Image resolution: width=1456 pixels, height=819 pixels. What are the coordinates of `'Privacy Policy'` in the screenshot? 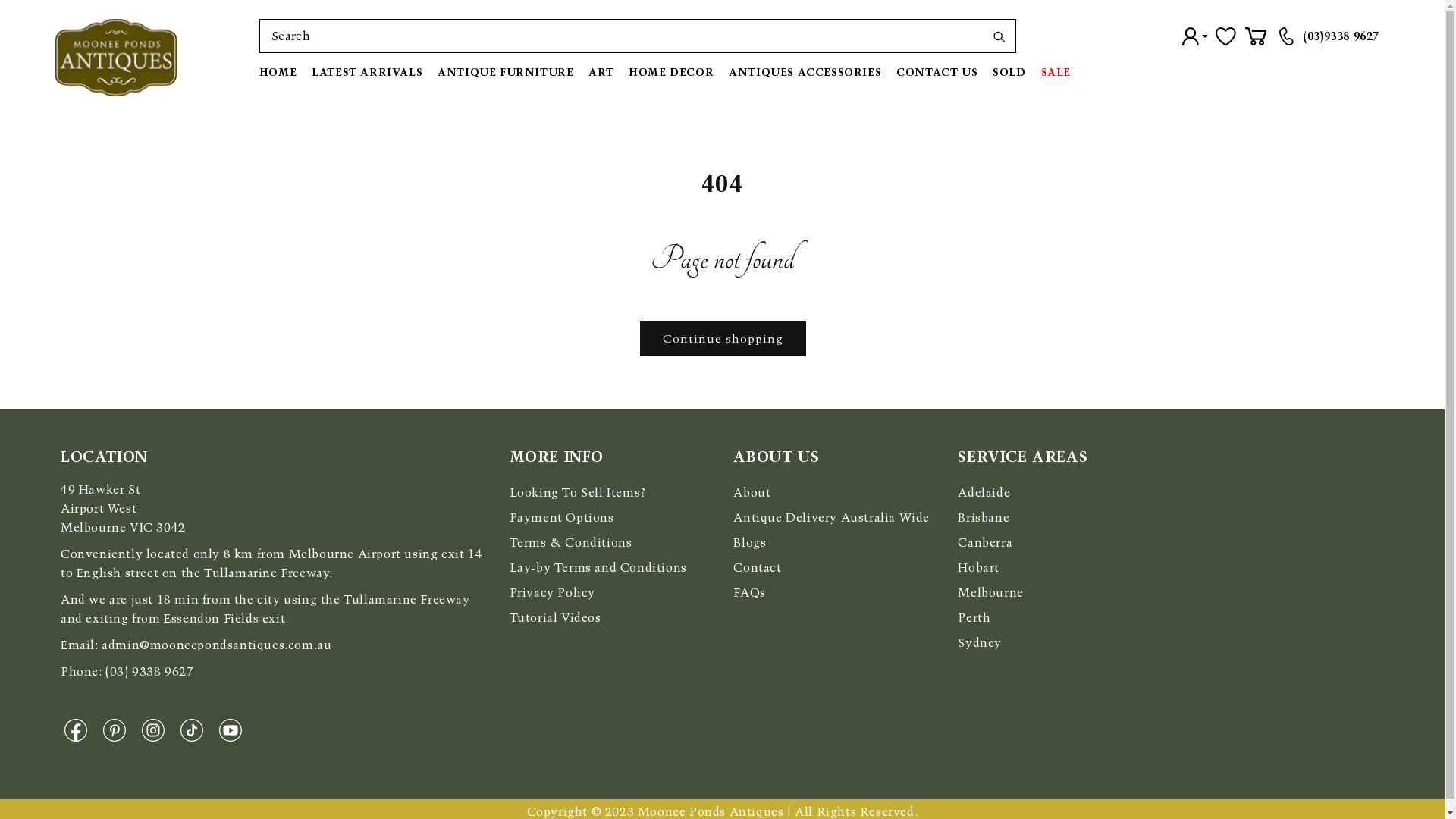 It's located at (551, 591).